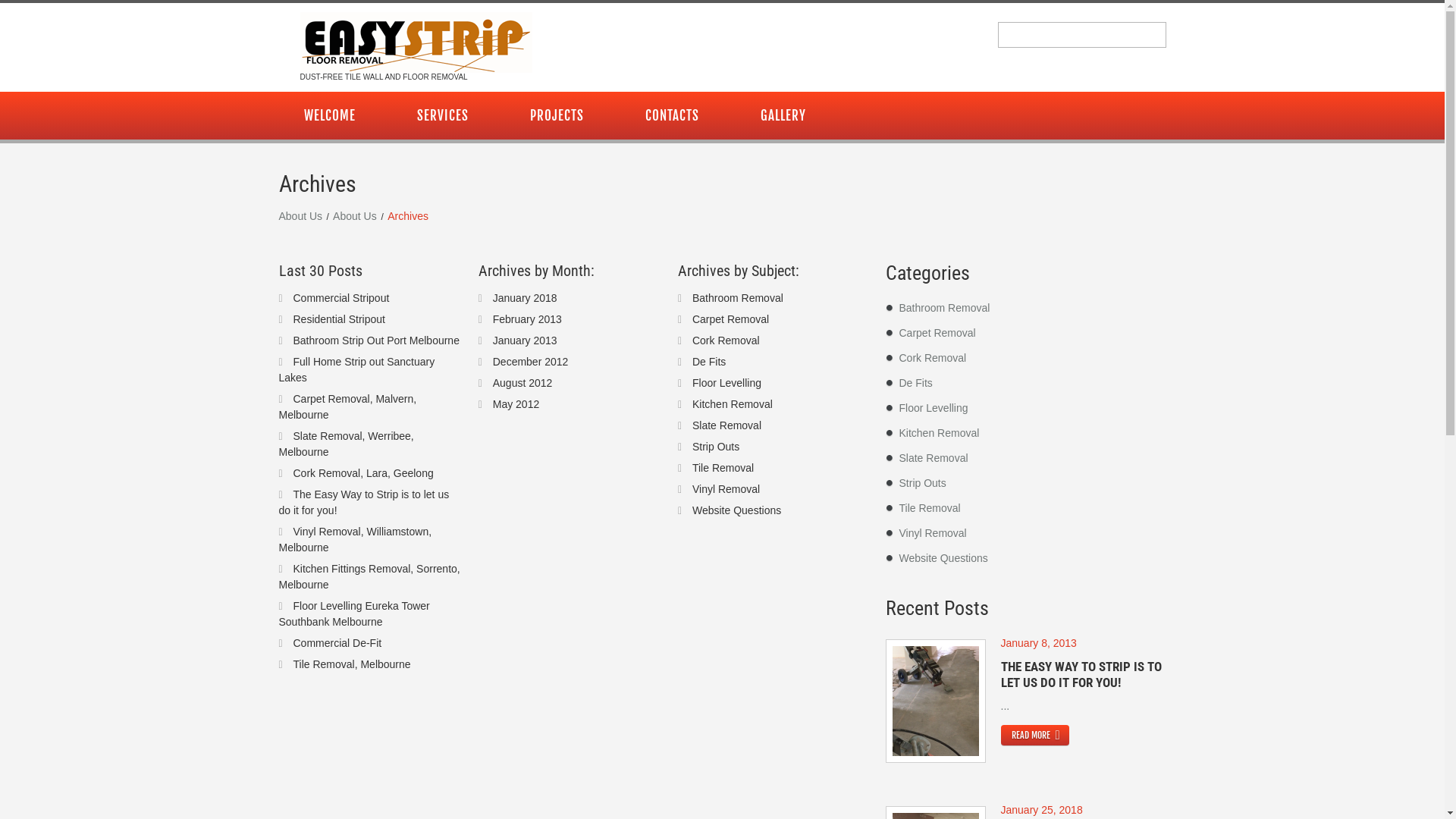 The image size is (1456, 819). What do you see at coordinates (329, 115) in the screenshot?
I see `'WELCOME'` at bounding box center [329, 115].